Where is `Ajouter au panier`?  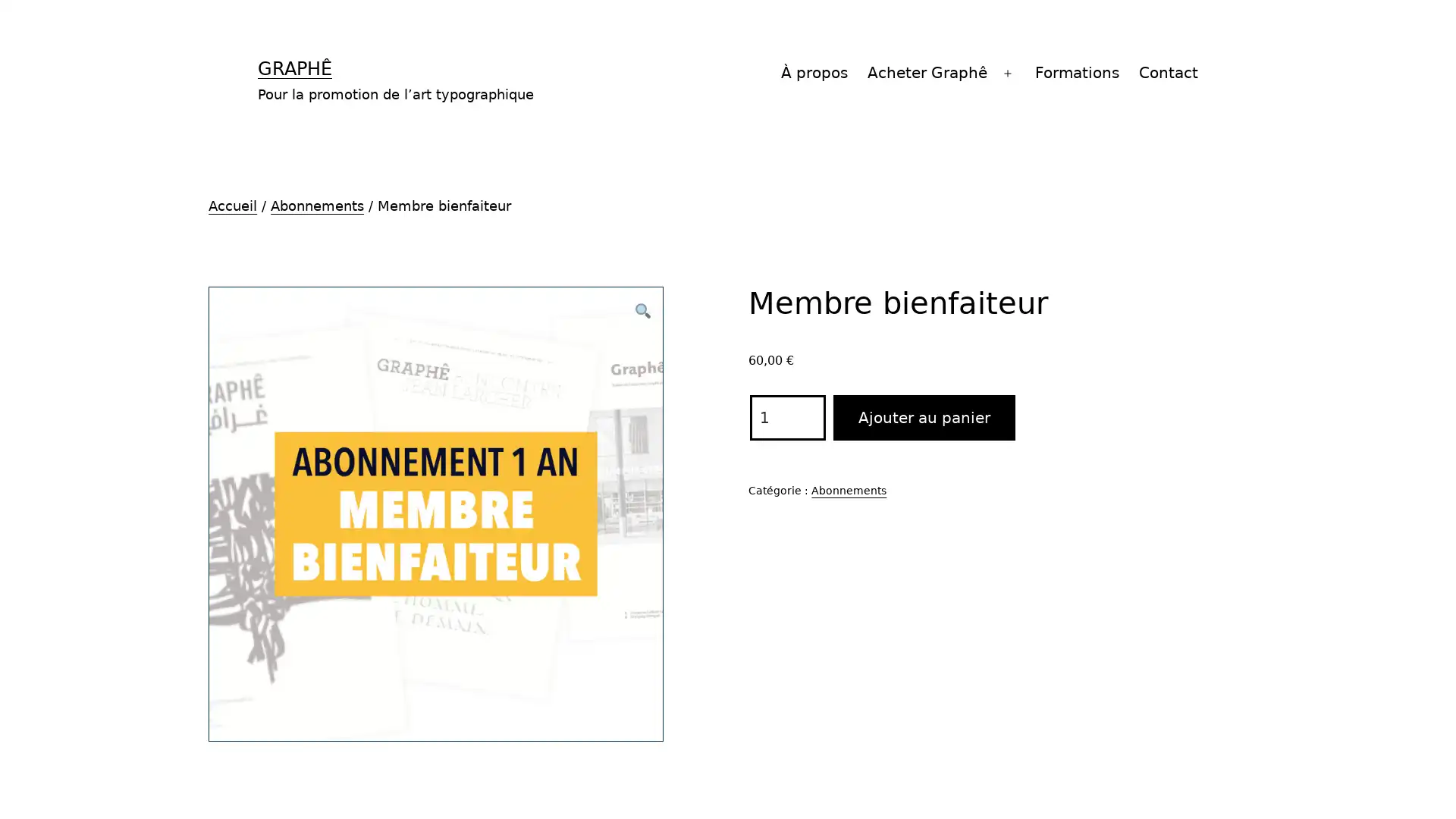 Ajouter au panier is located at coordinates (924, 417).